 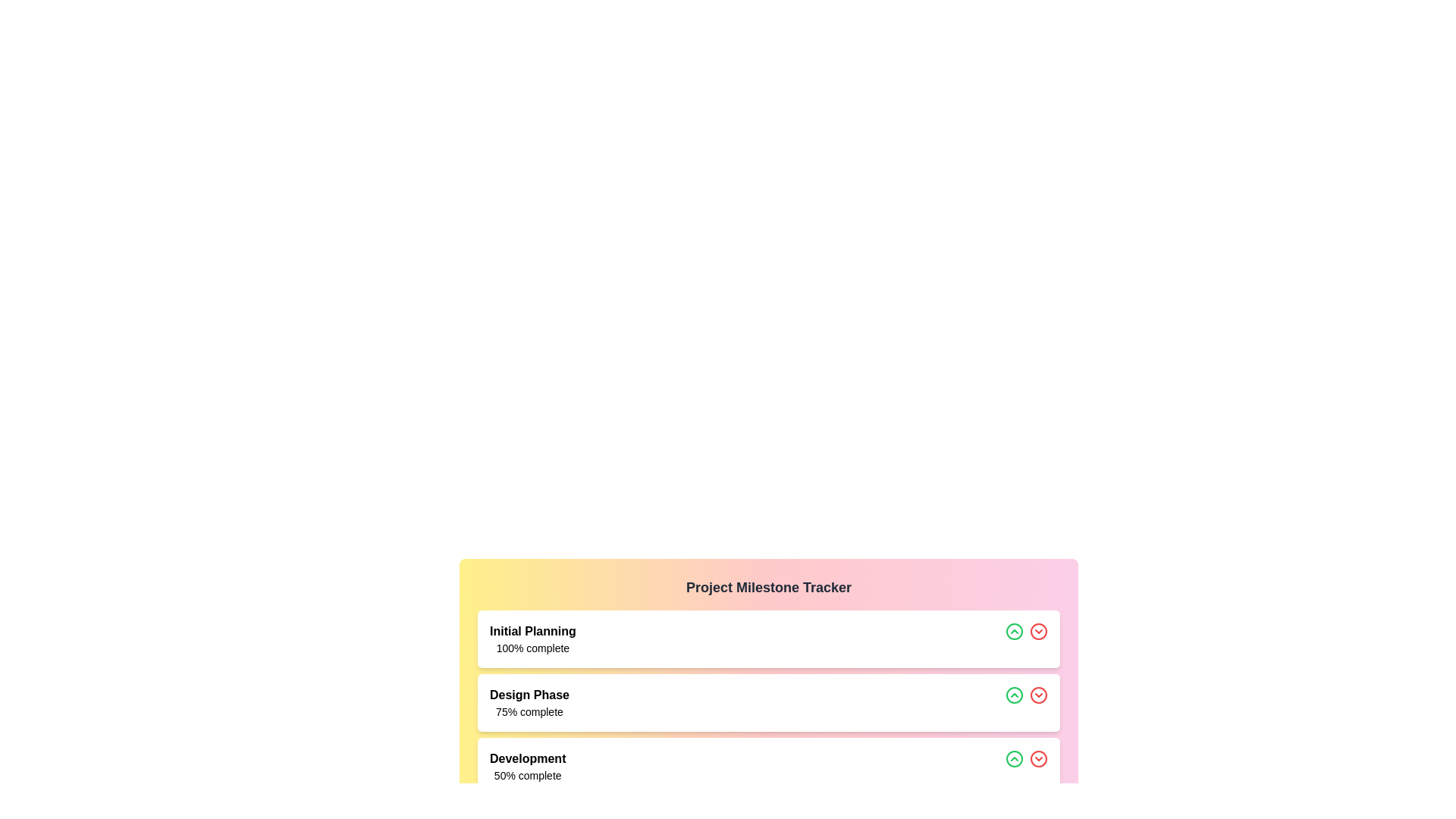 I want to click on the outer circular component of the dropdown chevron indicator in the topmost right corner of the top progress bar in the 'Project Milestone Tracker', so click(x=1037, y=632).